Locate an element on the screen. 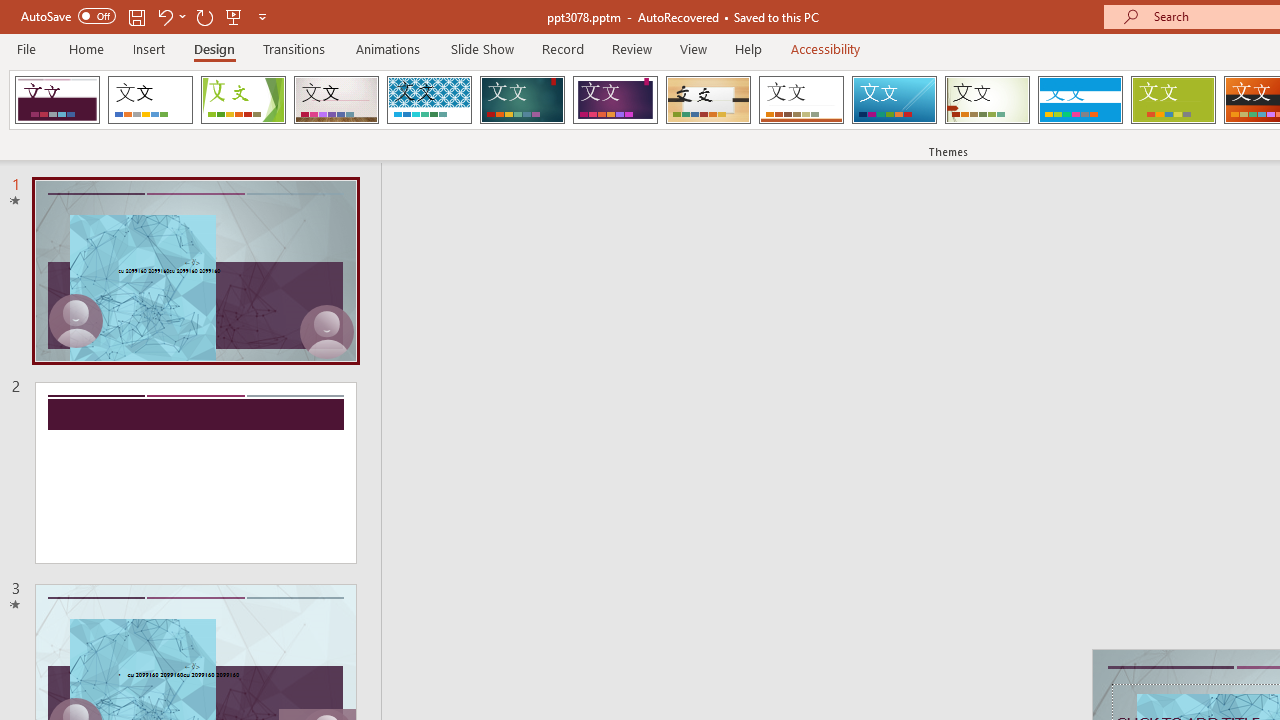 The image size is (1280, 720). 'Home' is located at coordinates (85, 48).